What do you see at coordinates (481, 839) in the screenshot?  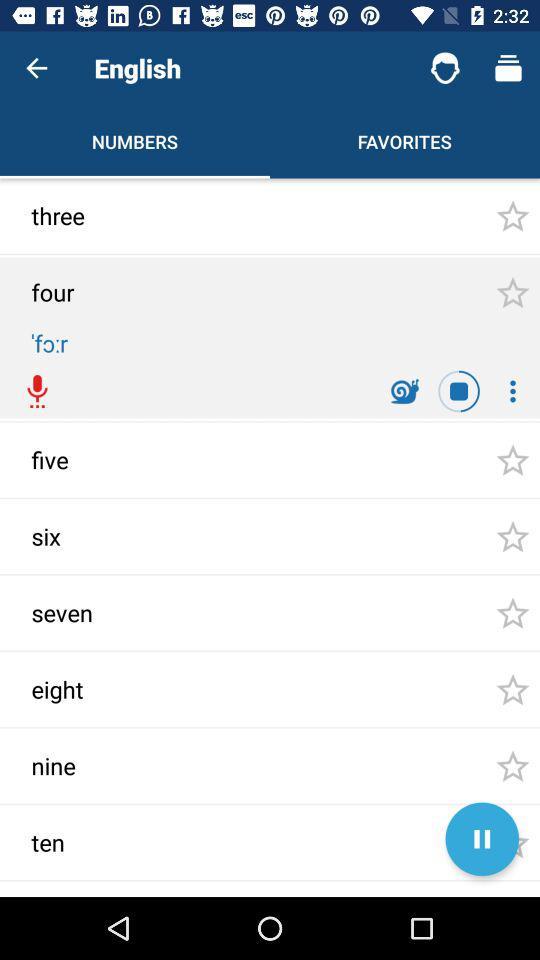 I see `the pause icon` at bounding box center [481, 839].